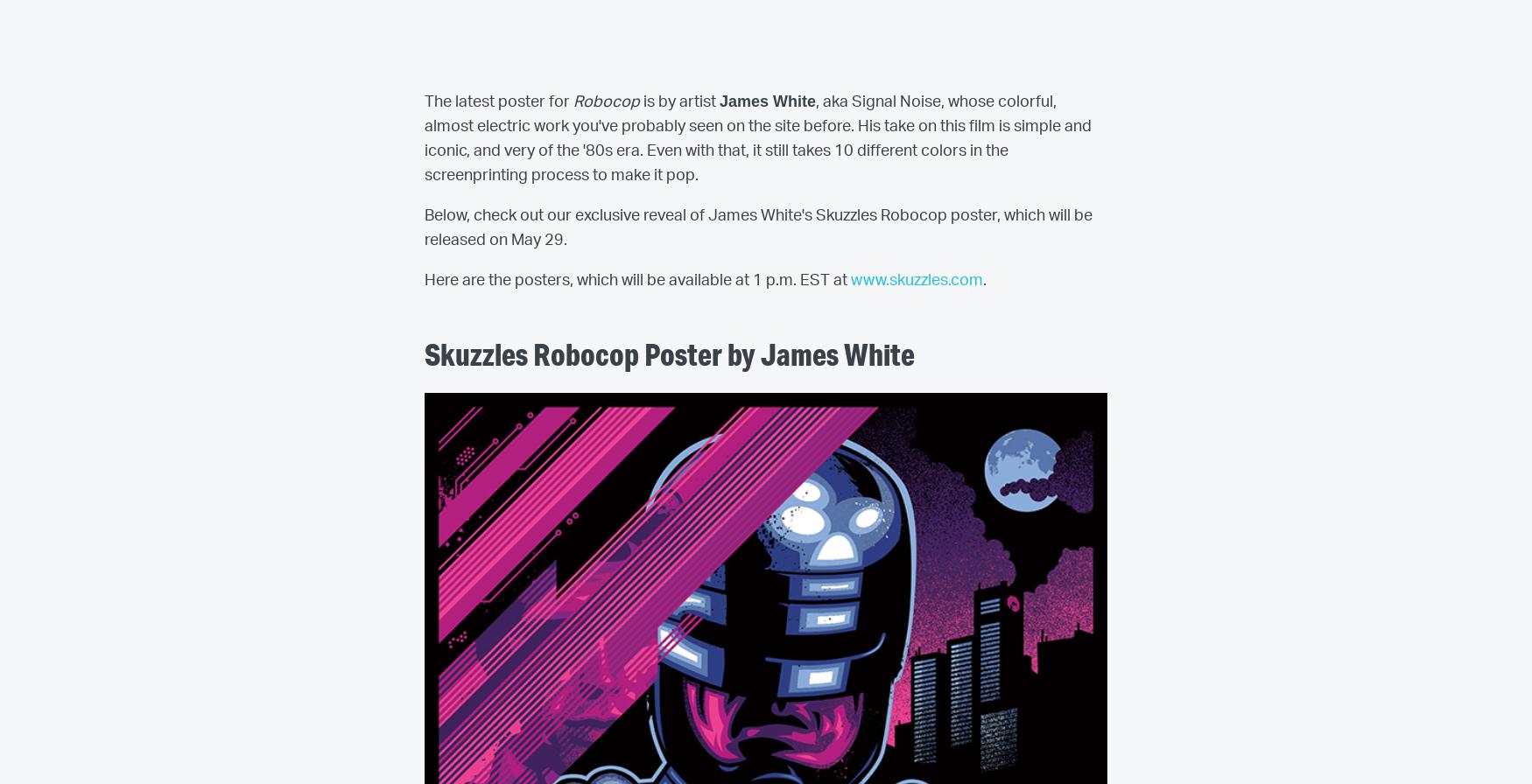 This screenshot has width=1532, height=784. Describe the element at coordinates (758, 227) in the screenshot. I see `'Below, check out our exclusive reveal of James White's Skuzzles Robocop poster, which will be released on May 29.'` at that location.